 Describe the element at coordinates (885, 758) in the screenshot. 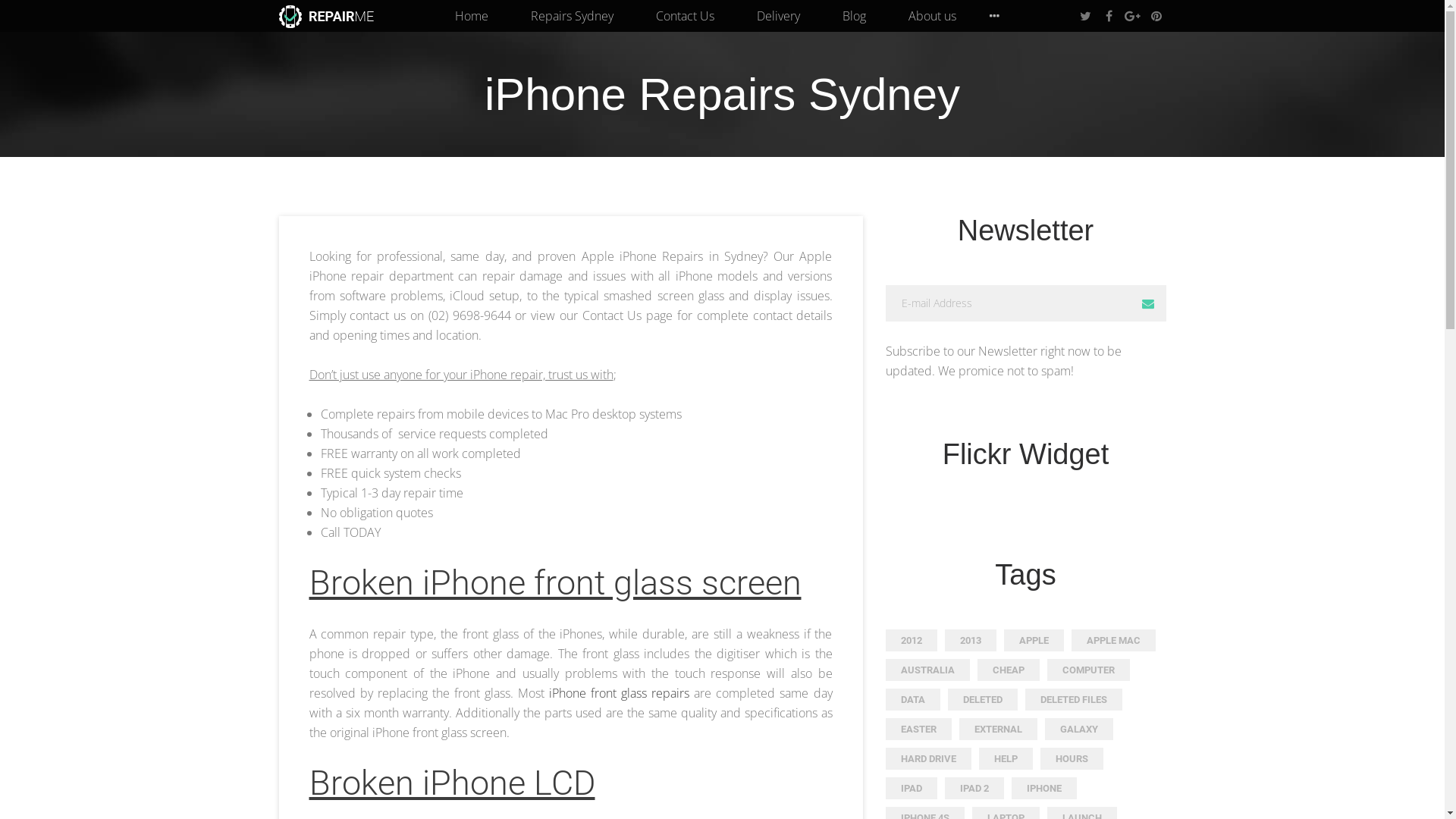

I see `'HARD DRIVE'` at that location.